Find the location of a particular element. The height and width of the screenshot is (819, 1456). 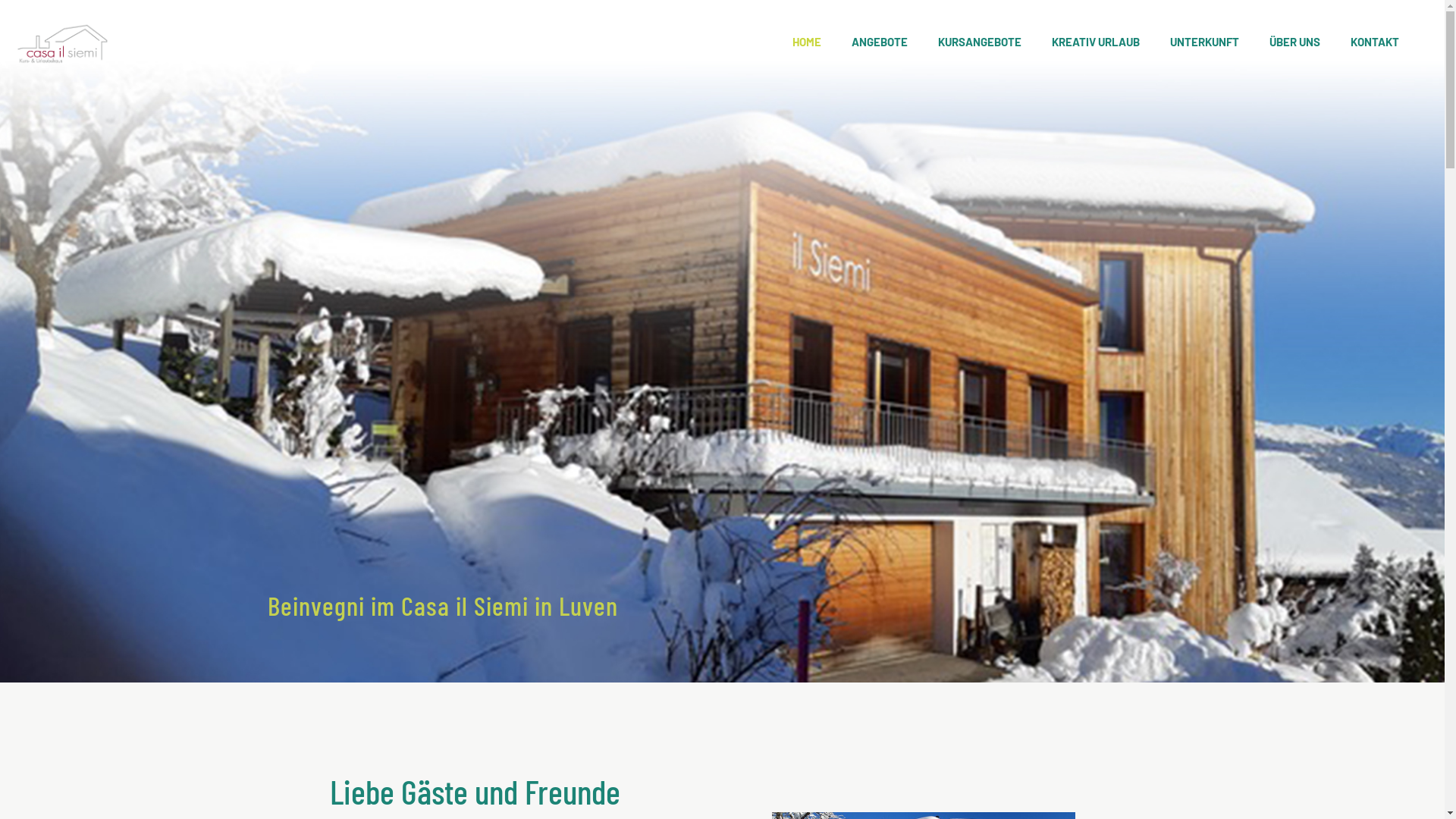

'UNTERKUNFT' is located at coordinates (1153, 40).